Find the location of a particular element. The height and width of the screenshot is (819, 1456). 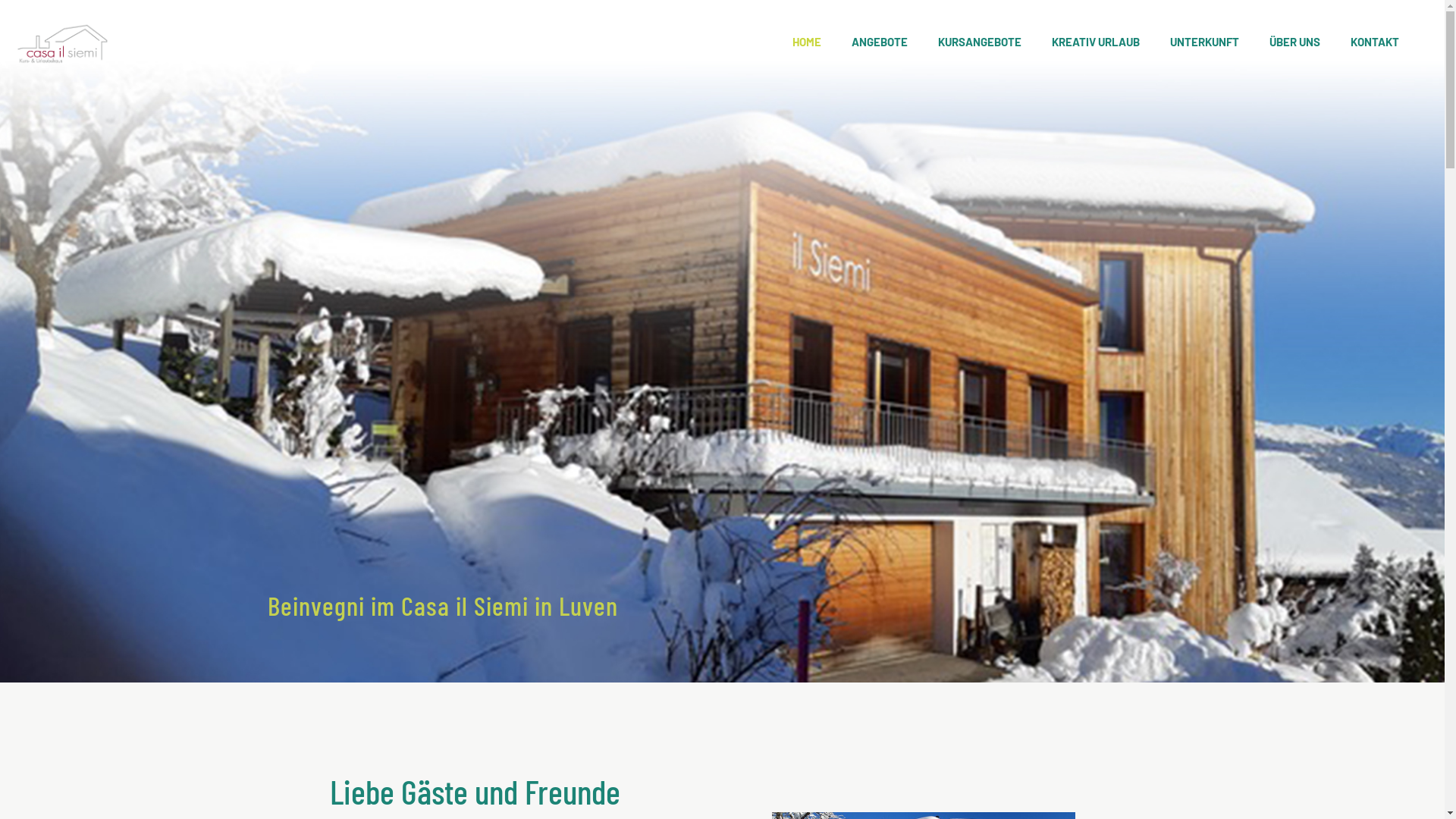

'UNTERKUNFT' is located at coordinates (1153, 40).